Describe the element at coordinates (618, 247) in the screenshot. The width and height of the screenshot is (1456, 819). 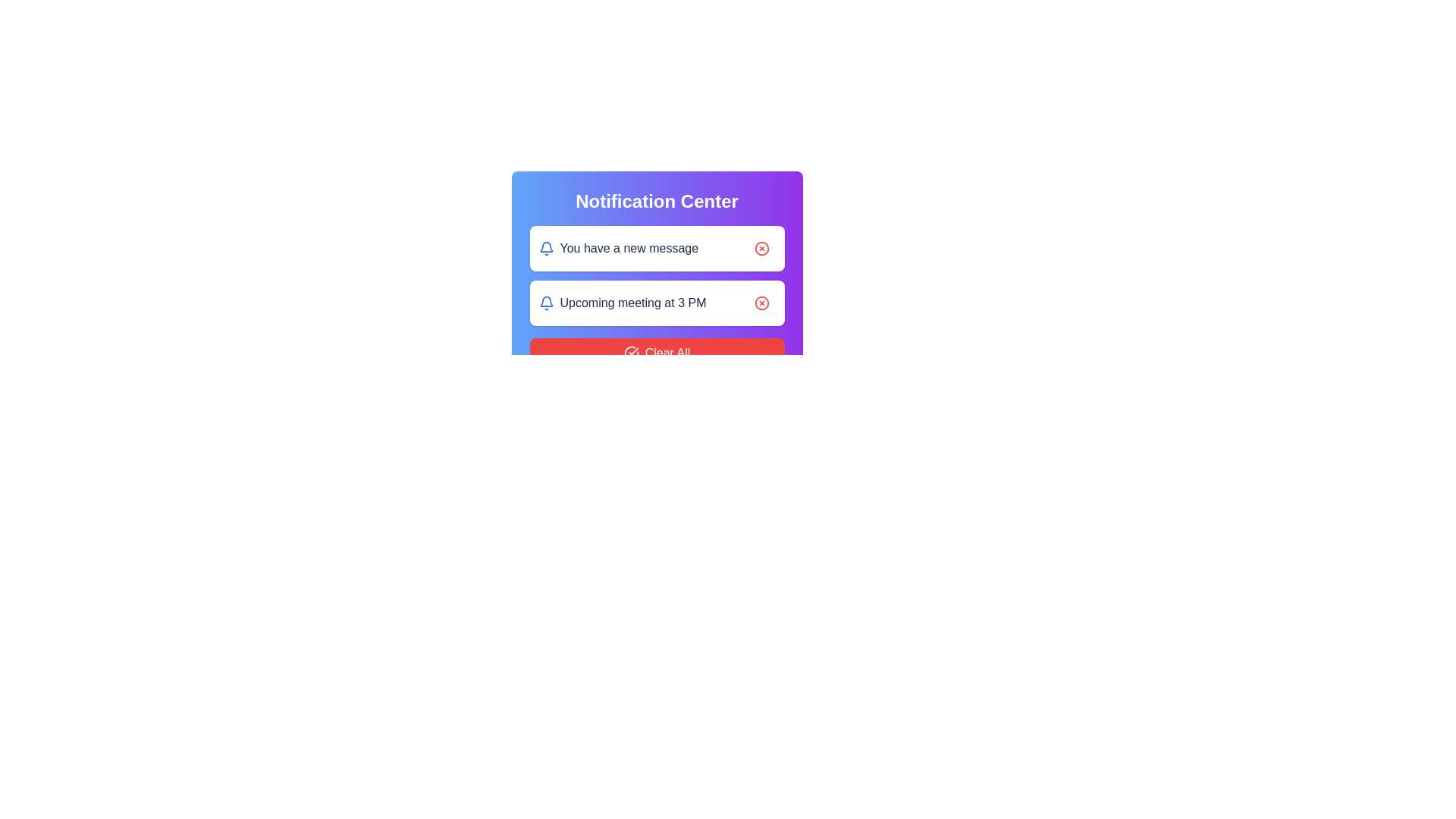
I see `the Notification label that displays 'You have a new message' to read the message text` at that location.